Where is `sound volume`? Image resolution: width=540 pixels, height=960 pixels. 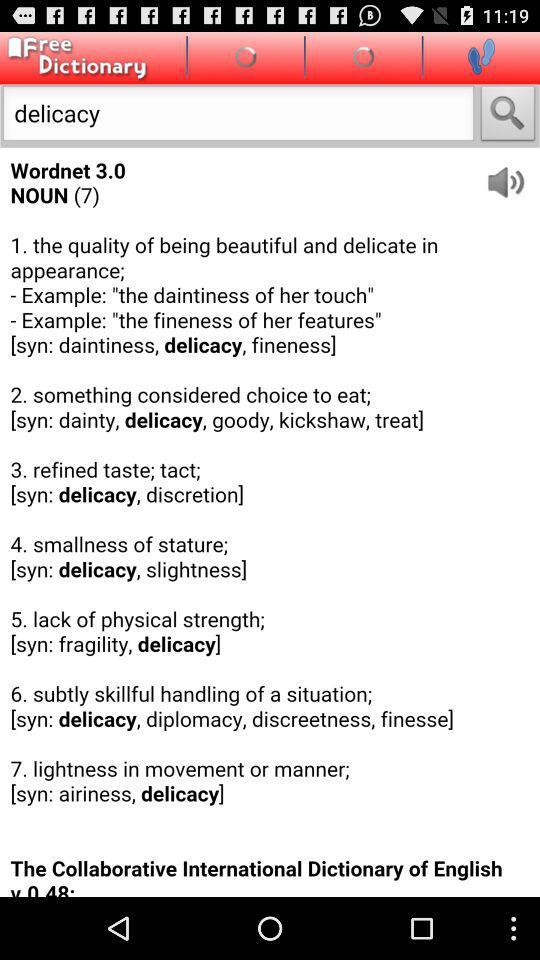
sound volume is located at coordinates (512, 174).